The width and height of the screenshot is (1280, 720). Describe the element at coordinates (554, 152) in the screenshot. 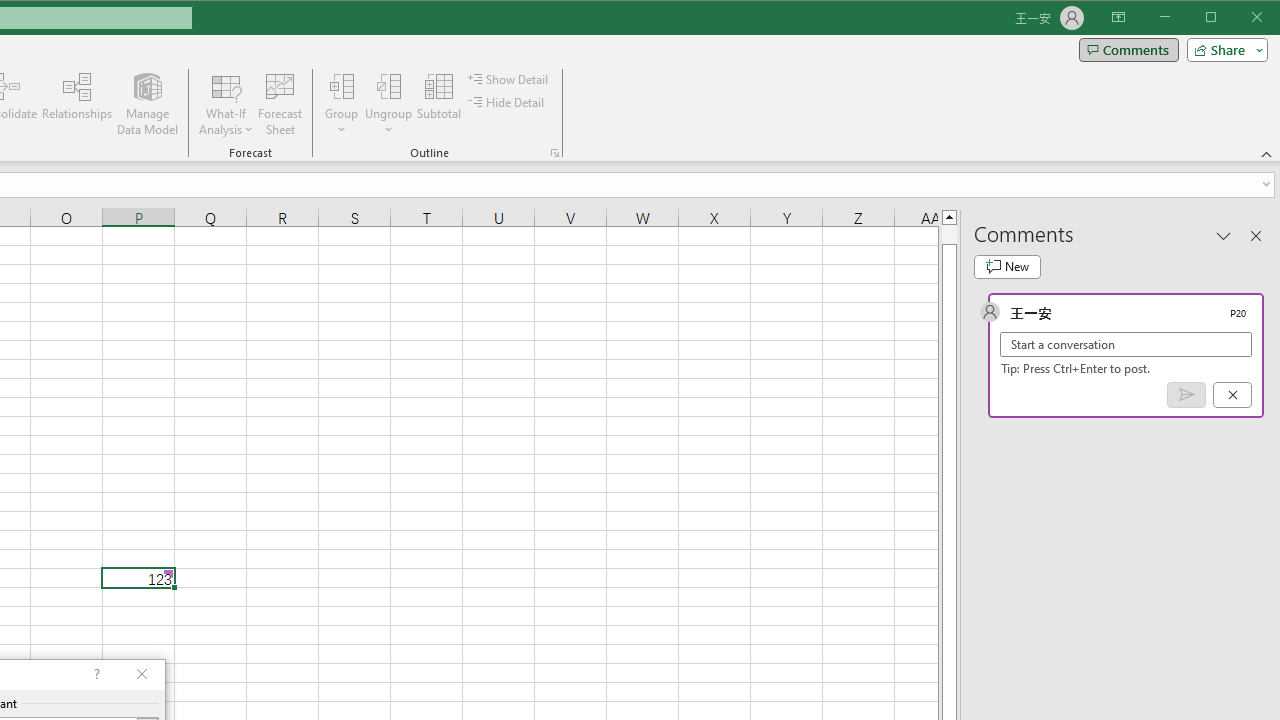

I see `'Group and Outline Settings'` at that location.